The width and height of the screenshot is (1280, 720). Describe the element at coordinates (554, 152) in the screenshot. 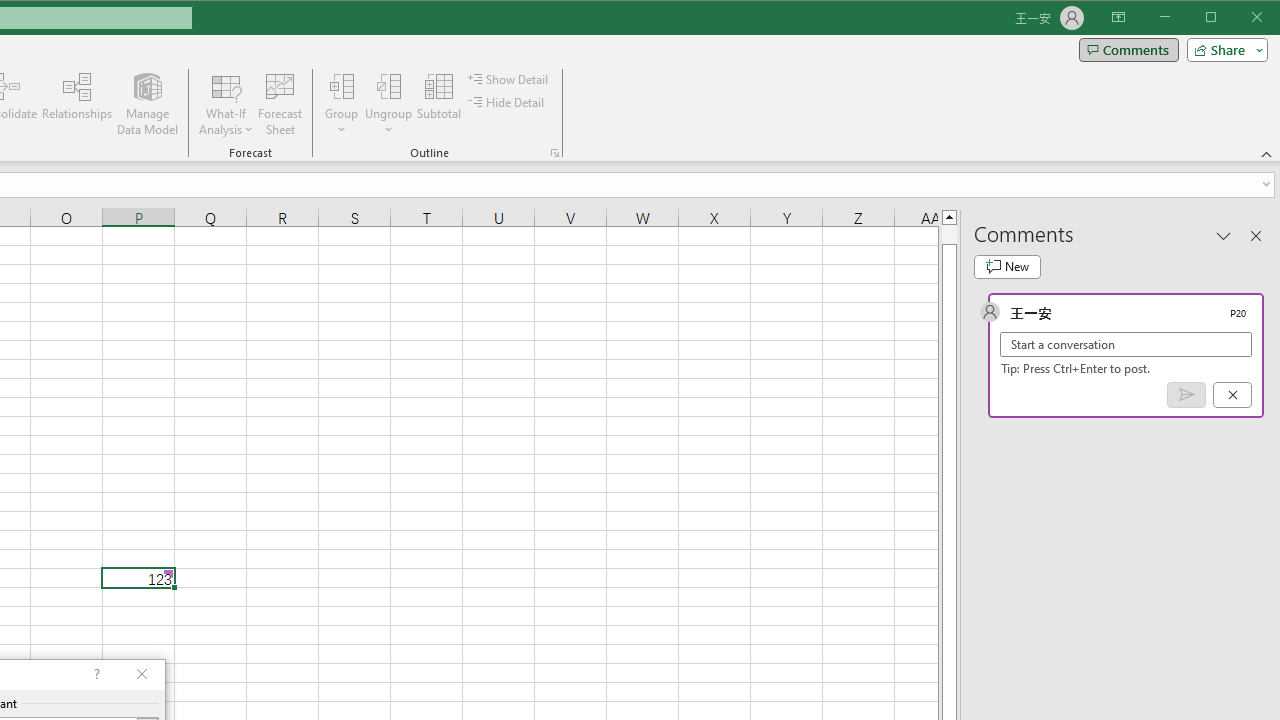

I see `'Group and Outline Settings'` at that location.